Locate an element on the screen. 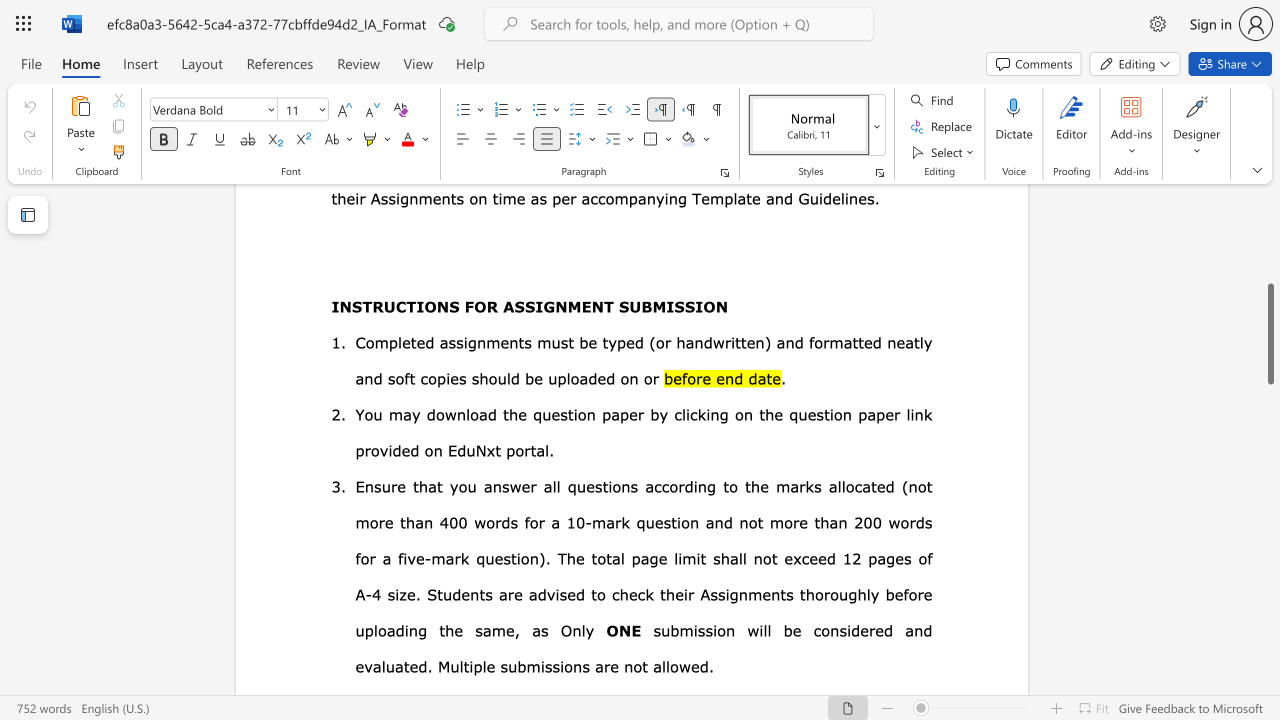 This screenshot has height=720, width=1280. the scrollbar and move up 260 pixels is located at coordinates (1269, 333).